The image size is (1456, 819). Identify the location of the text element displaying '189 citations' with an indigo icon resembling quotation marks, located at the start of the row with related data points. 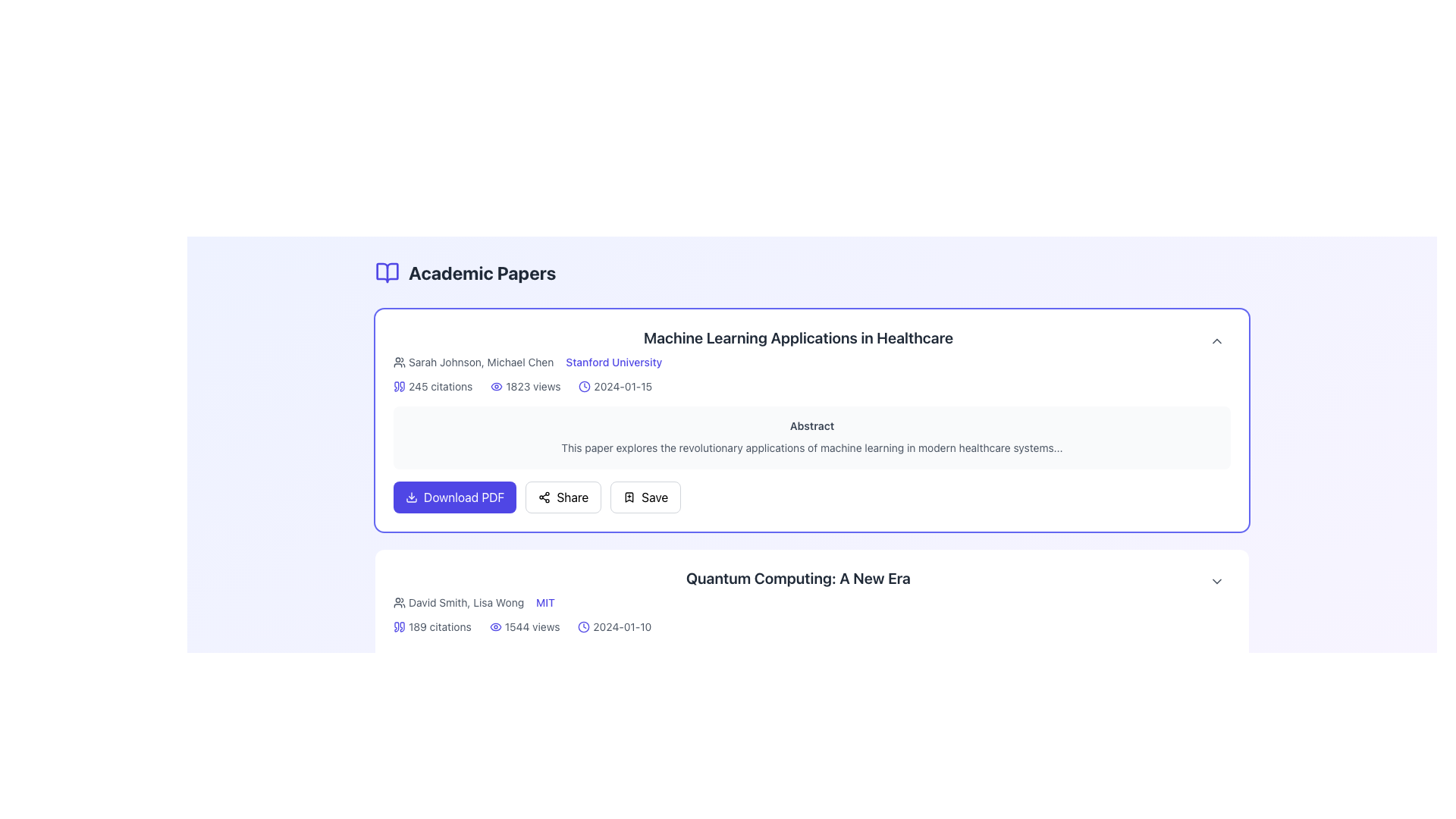
(431, 626).